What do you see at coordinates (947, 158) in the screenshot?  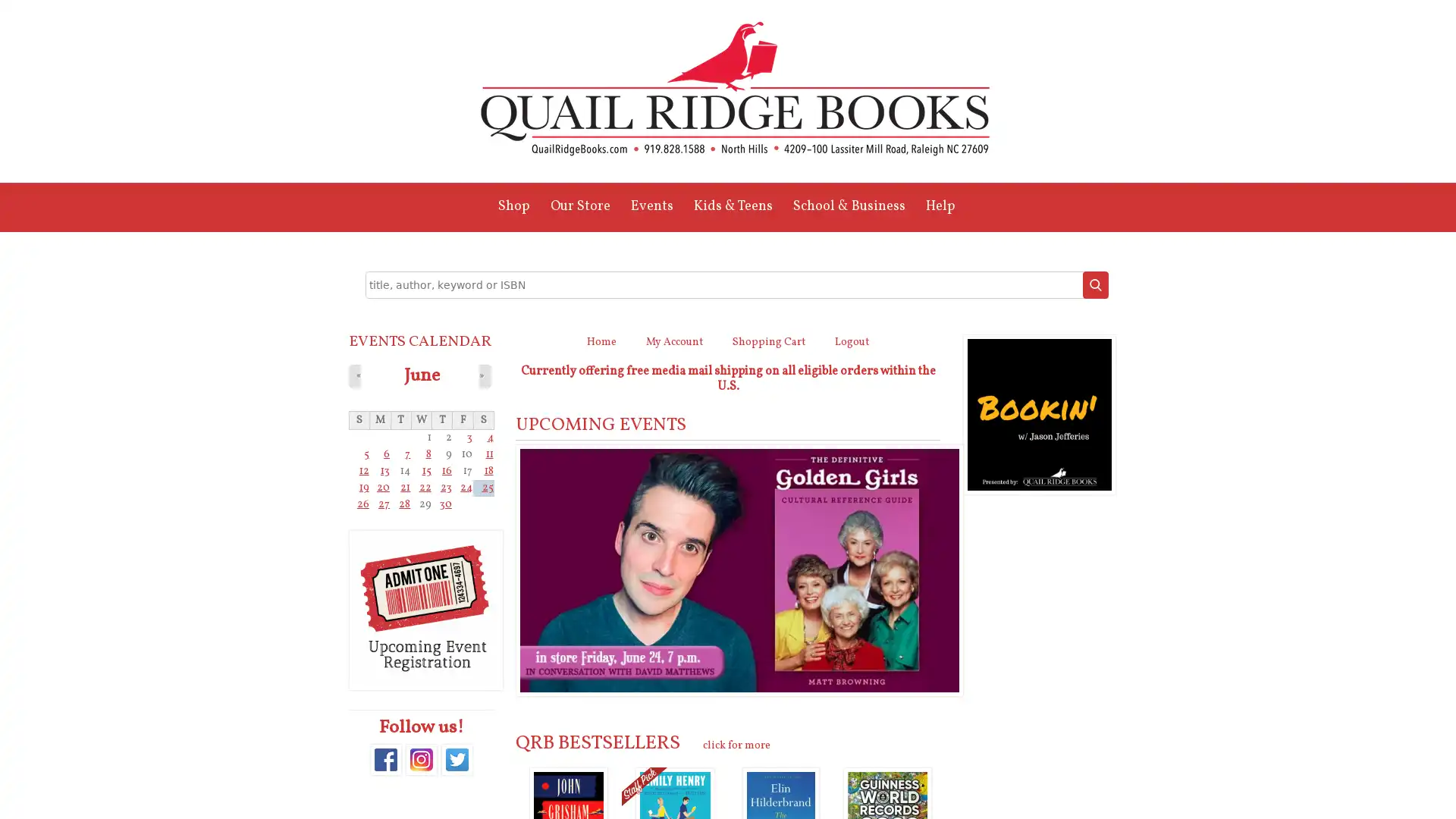 I see `Close` at bounding box center [947, 158].